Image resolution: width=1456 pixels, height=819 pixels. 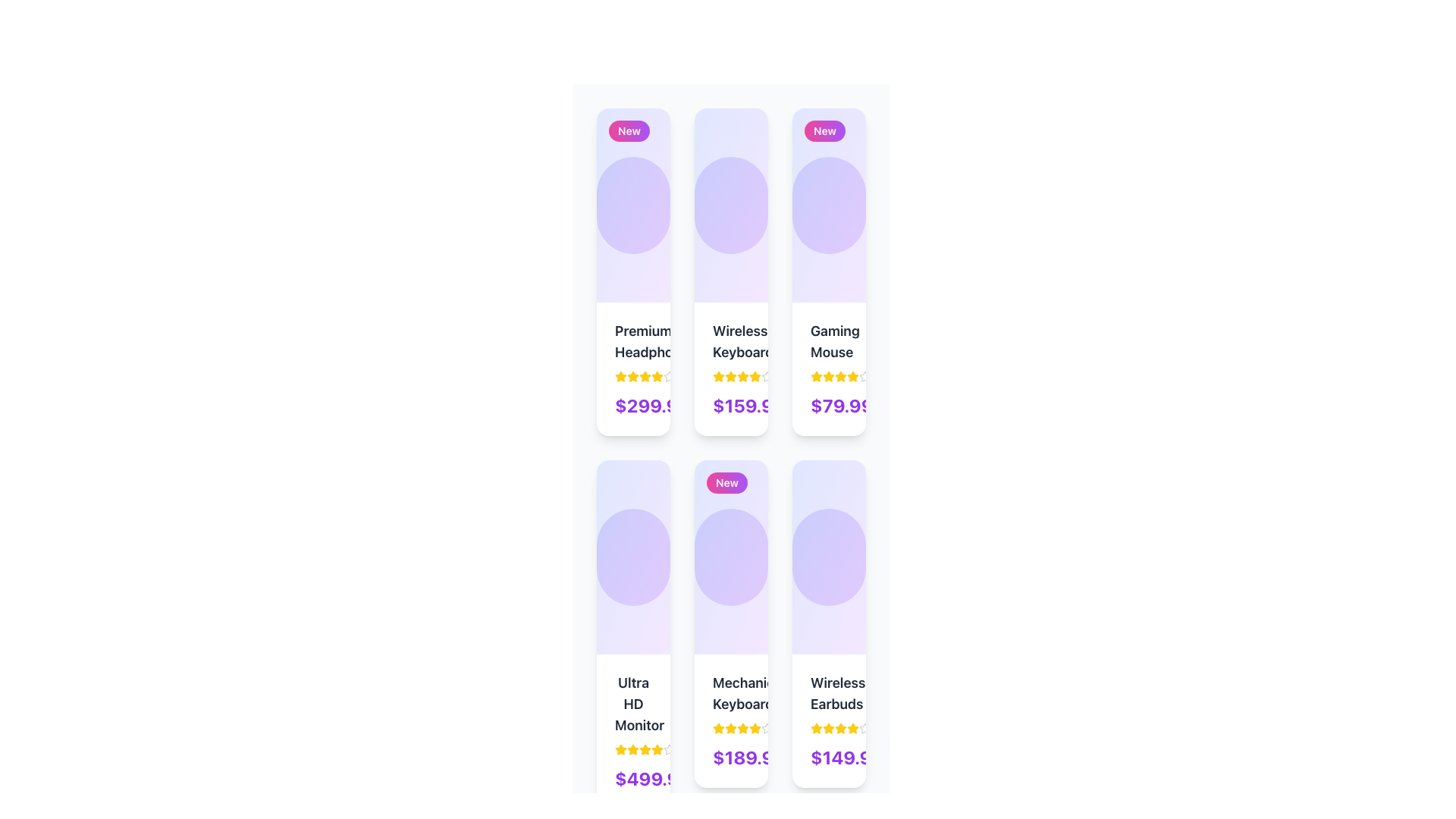 I want to click on the fourth star-shaped icon with a yellow fill color in the visual rating system located in the third card of the first row, so click(x=839, y=375).